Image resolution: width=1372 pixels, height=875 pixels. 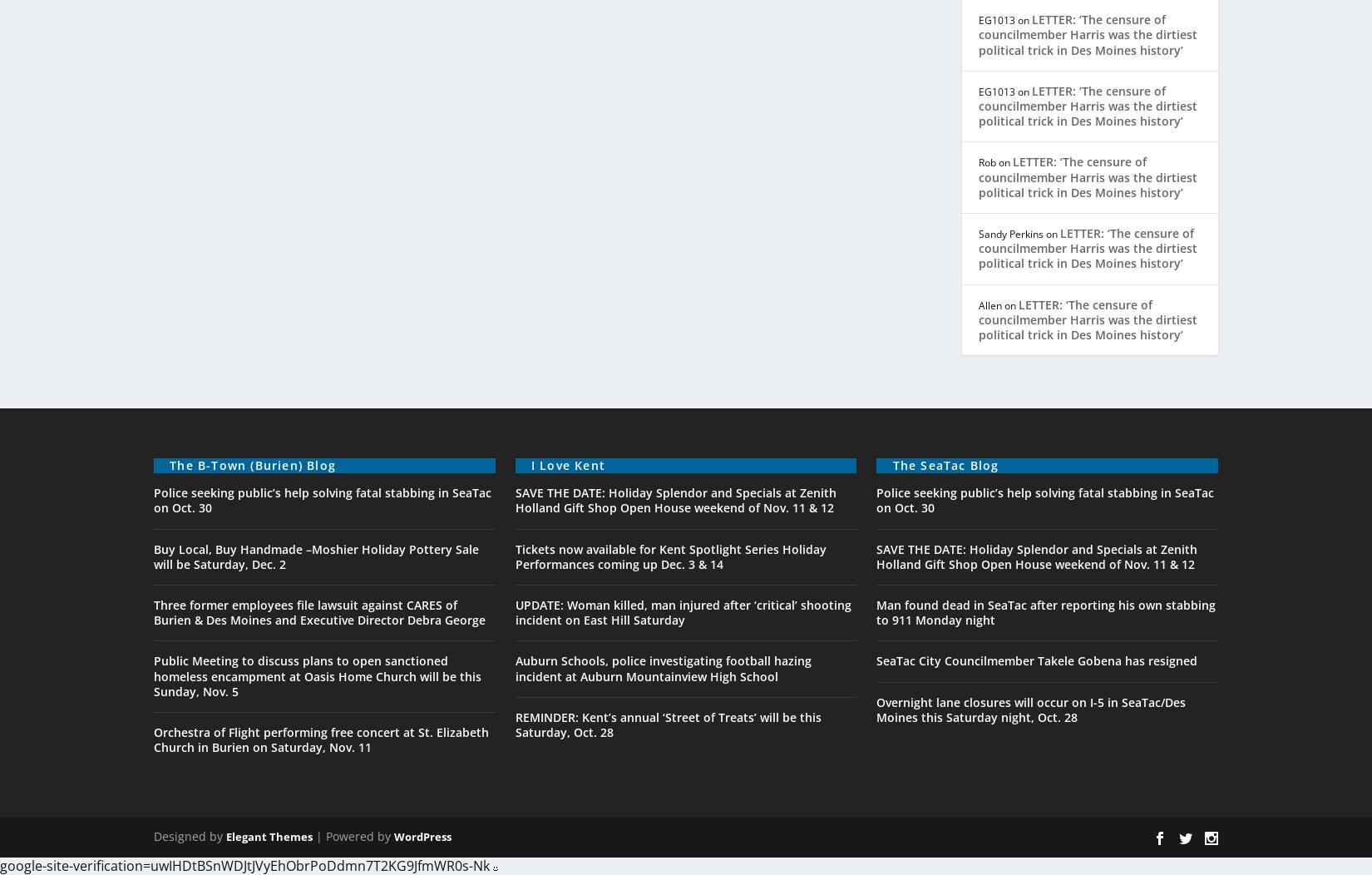 I want to click on 'Rob', so click(x=987, y=162).